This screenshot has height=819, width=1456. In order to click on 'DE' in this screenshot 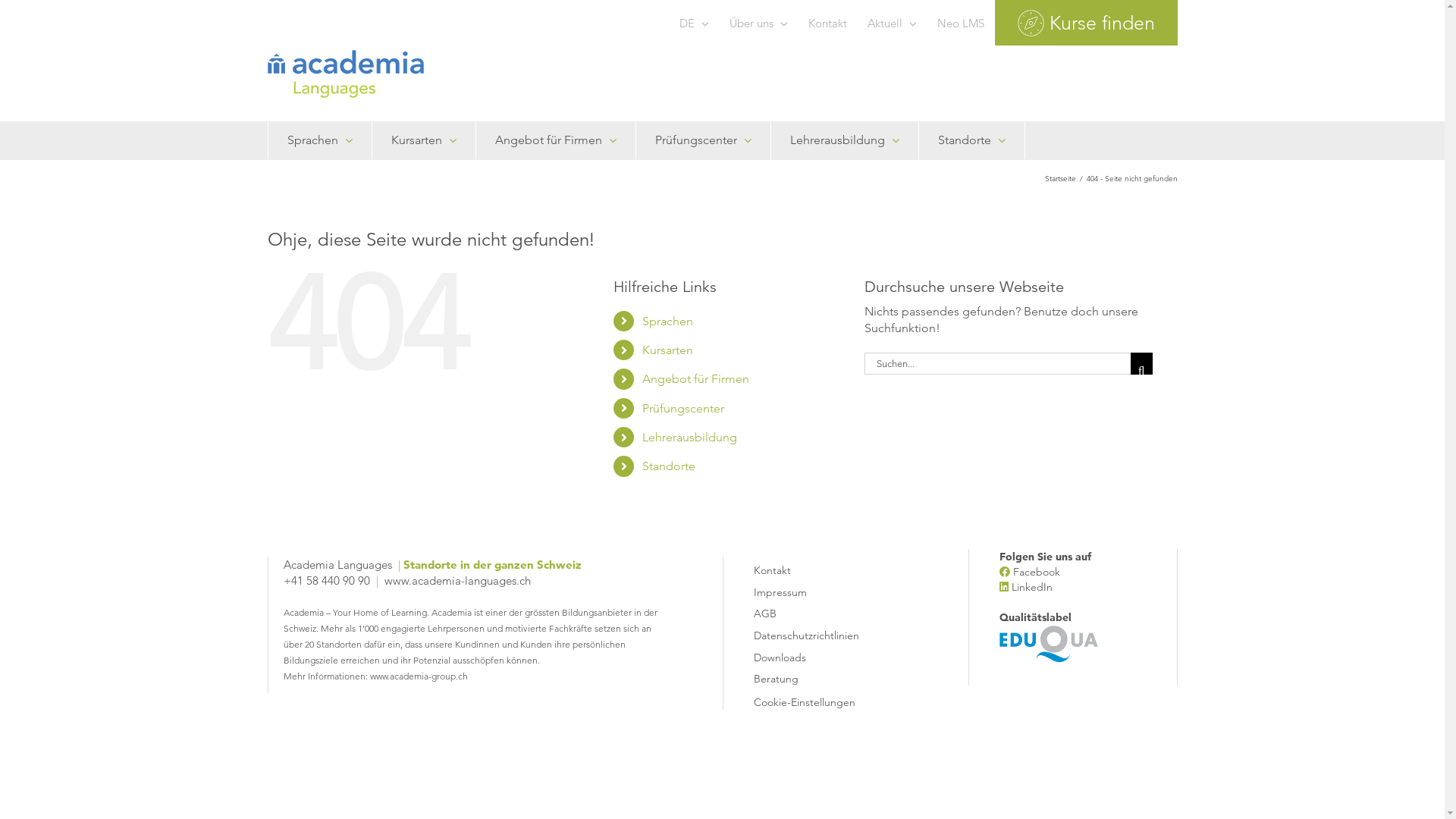, I will do `click(692, 23)`.